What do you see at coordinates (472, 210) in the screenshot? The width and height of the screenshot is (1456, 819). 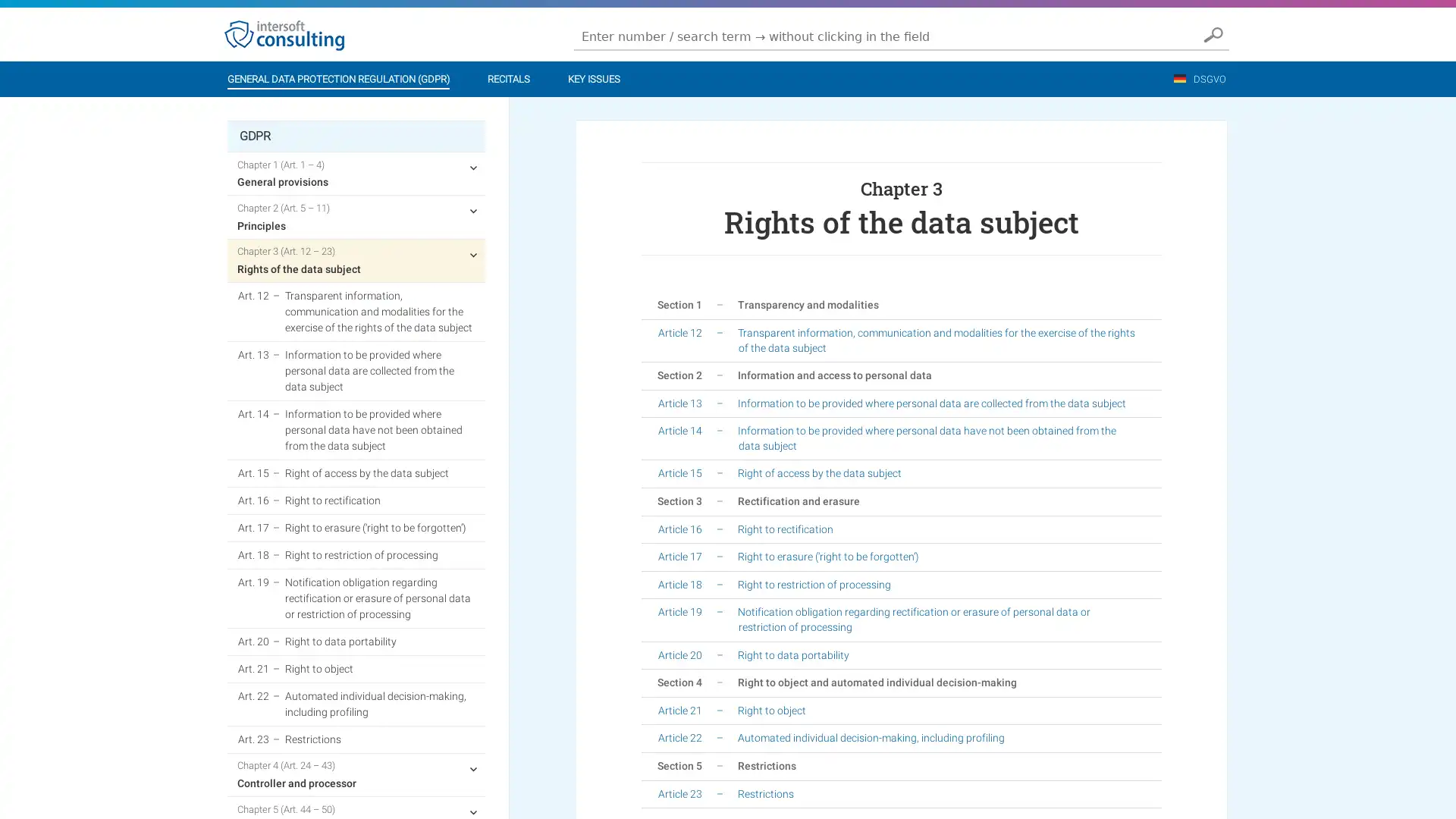 I see `expand child menu` at bounding box center [472, 210].